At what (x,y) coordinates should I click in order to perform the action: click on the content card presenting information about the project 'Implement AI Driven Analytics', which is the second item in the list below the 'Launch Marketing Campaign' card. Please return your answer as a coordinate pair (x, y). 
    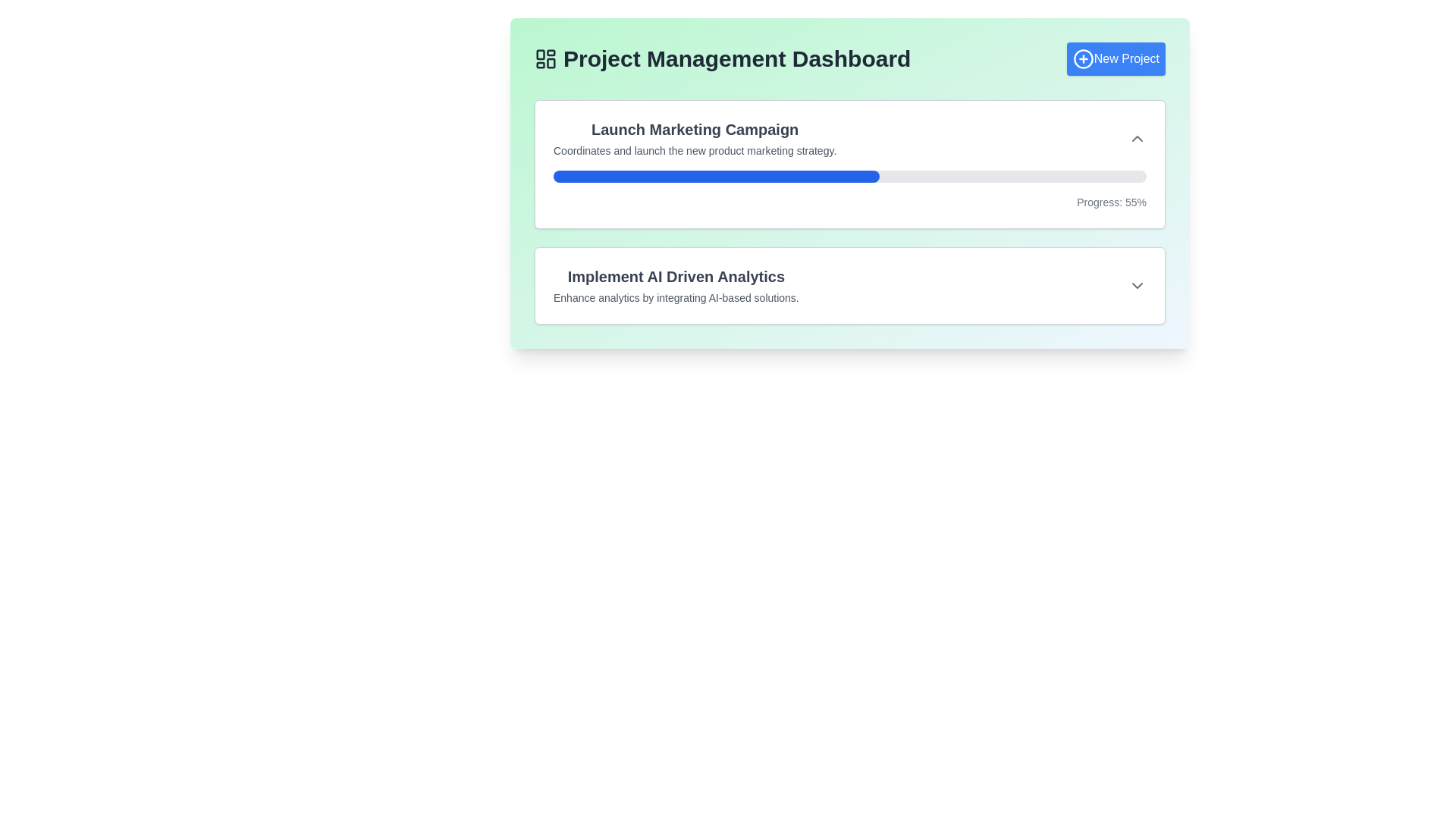
    Looking at the image, I should click on (850, 286).